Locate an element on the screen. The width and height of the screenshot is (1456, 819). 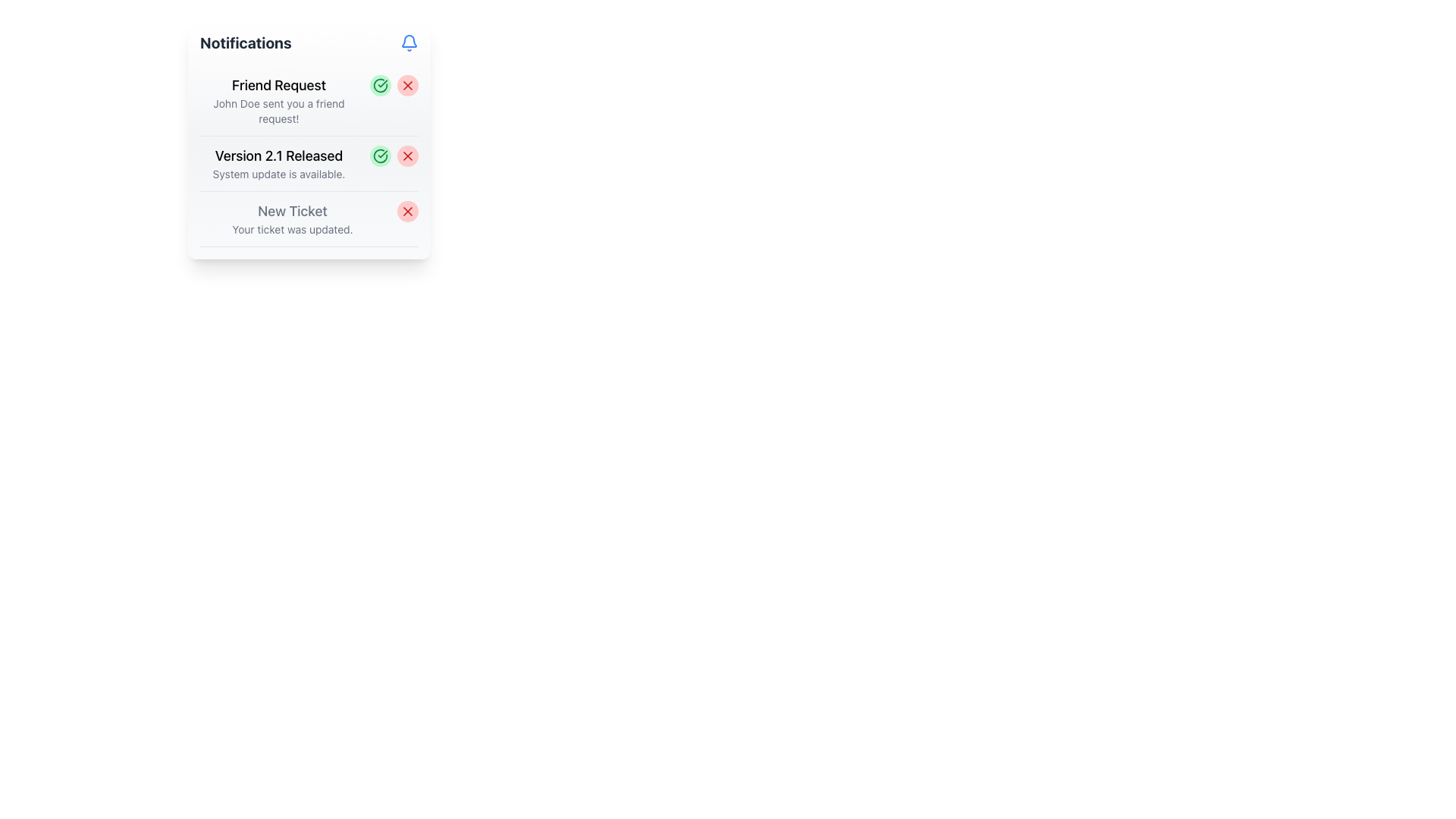
the circular red button with an 'X' icon is located at coordinates (407, 155).